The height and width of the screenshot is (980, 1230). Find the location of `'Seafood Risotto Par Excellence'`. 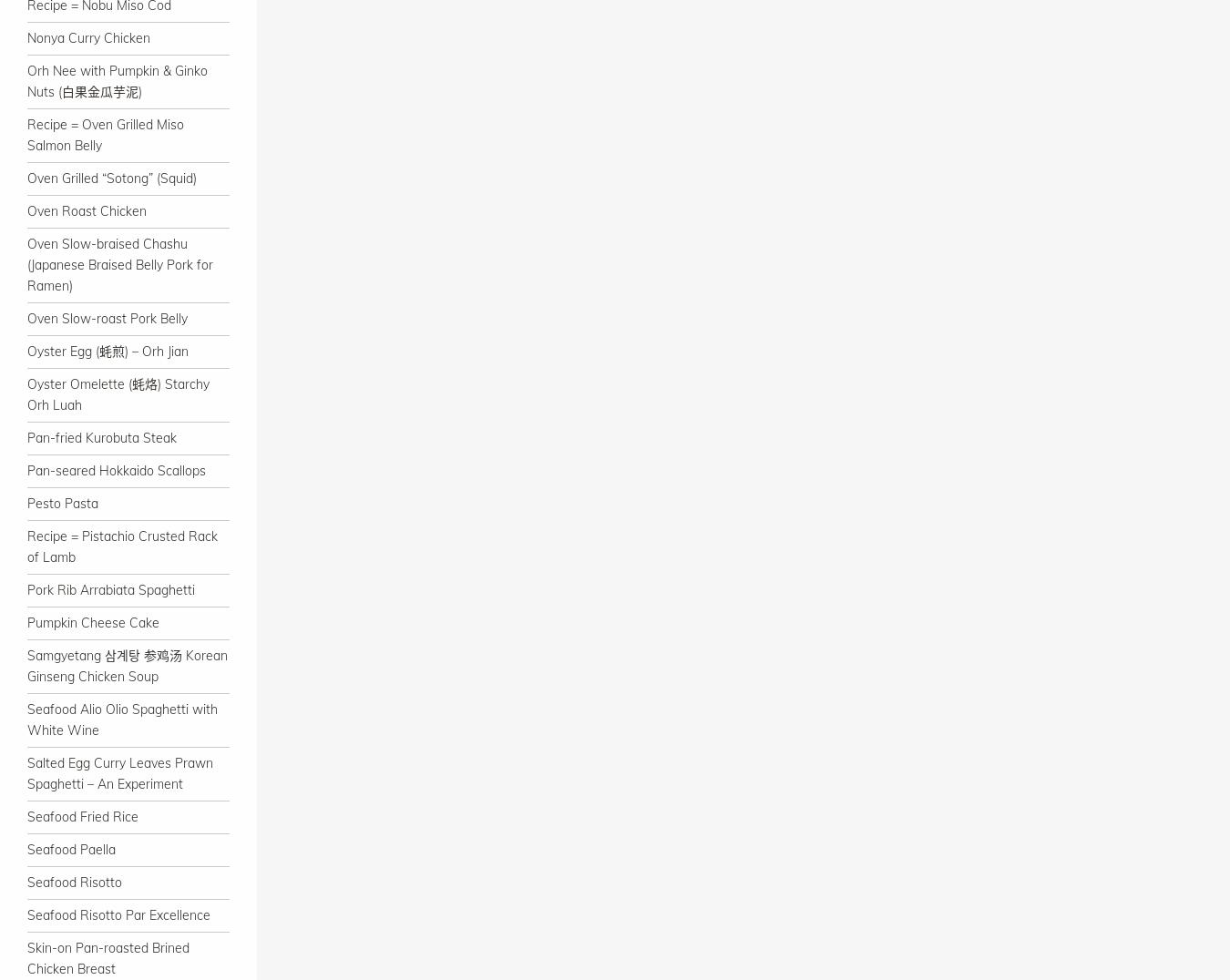

'Seafood Risotto Par Excellence' is located at coordinates (118, 914).